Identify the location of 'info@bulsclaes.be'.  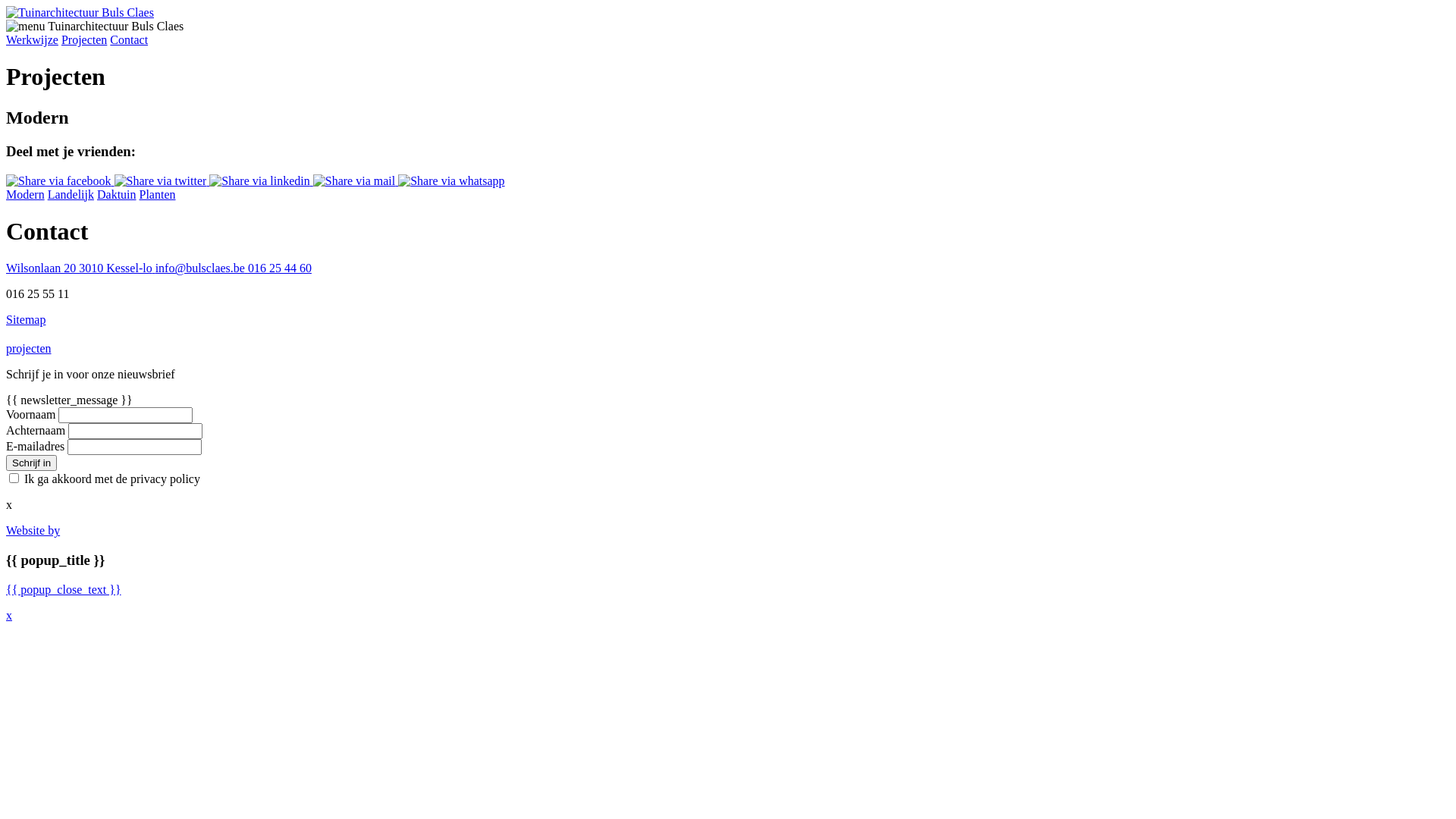
(200, 267).